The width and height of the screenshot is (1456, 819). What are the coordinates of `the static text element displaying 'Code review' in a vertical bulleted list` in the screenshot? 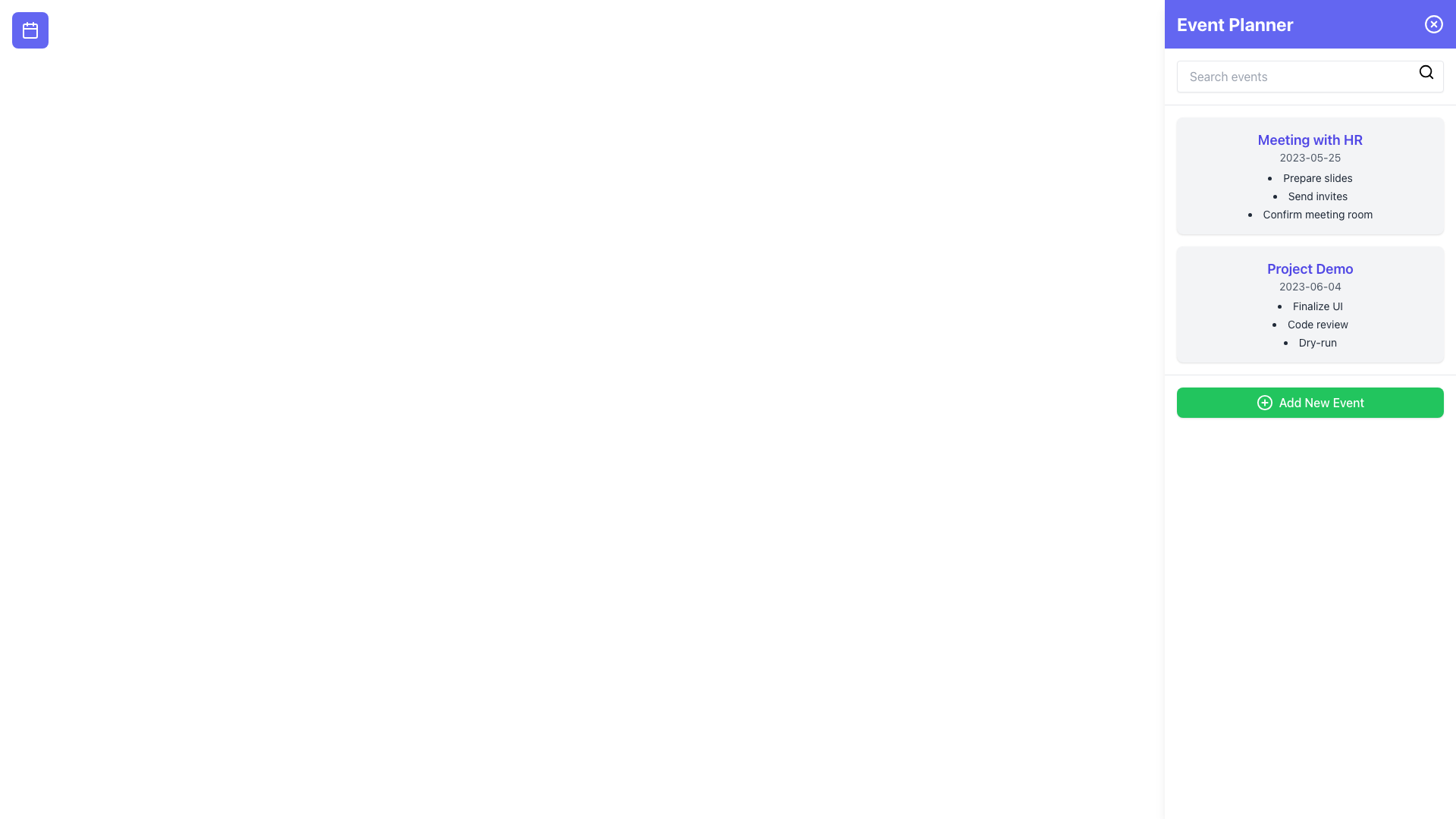 It's located at (1310, 324).